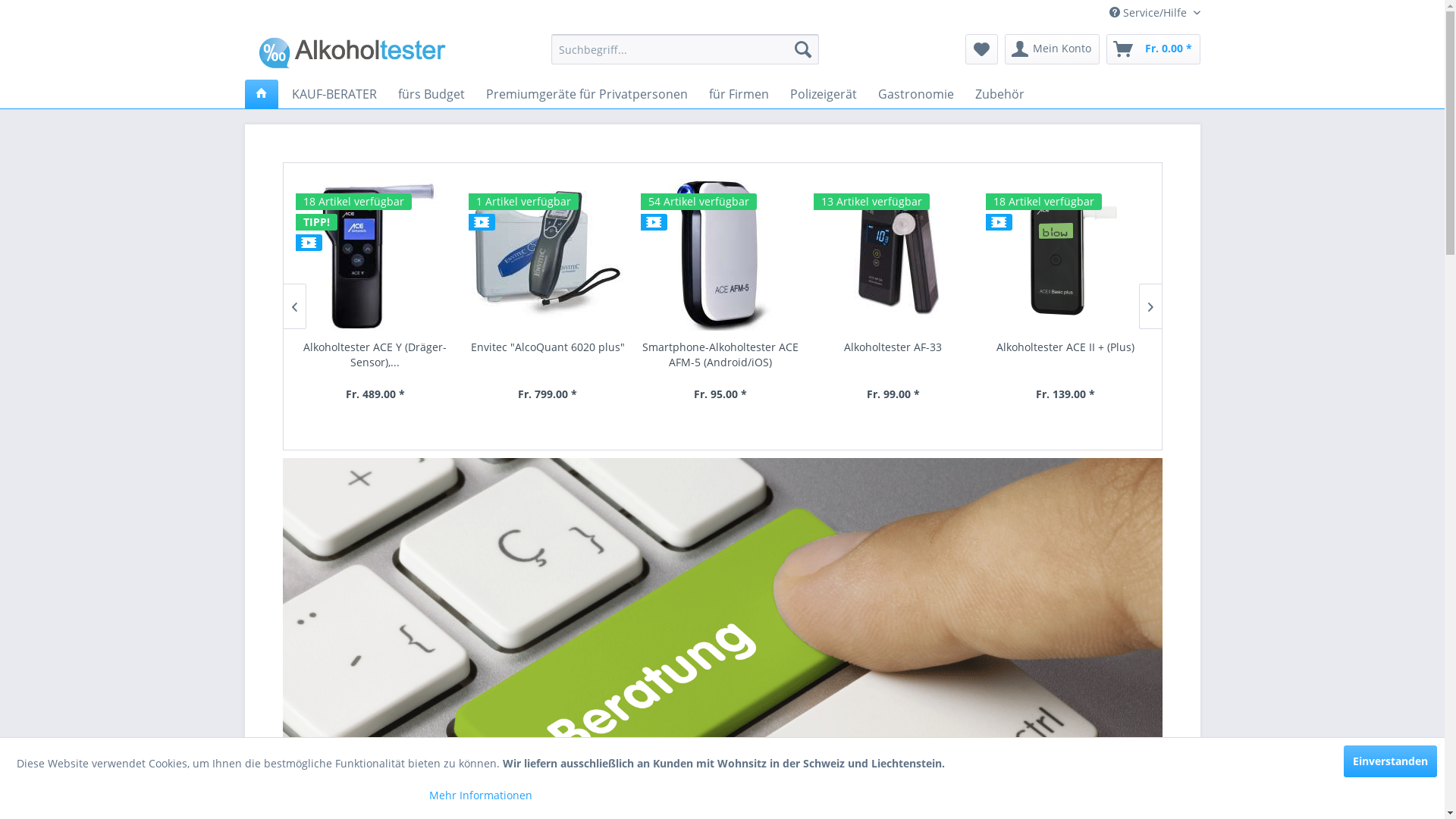  Describe the element at coordinates (1050, 49) in the screenshot. I see `'Mein Konto'` at that location.